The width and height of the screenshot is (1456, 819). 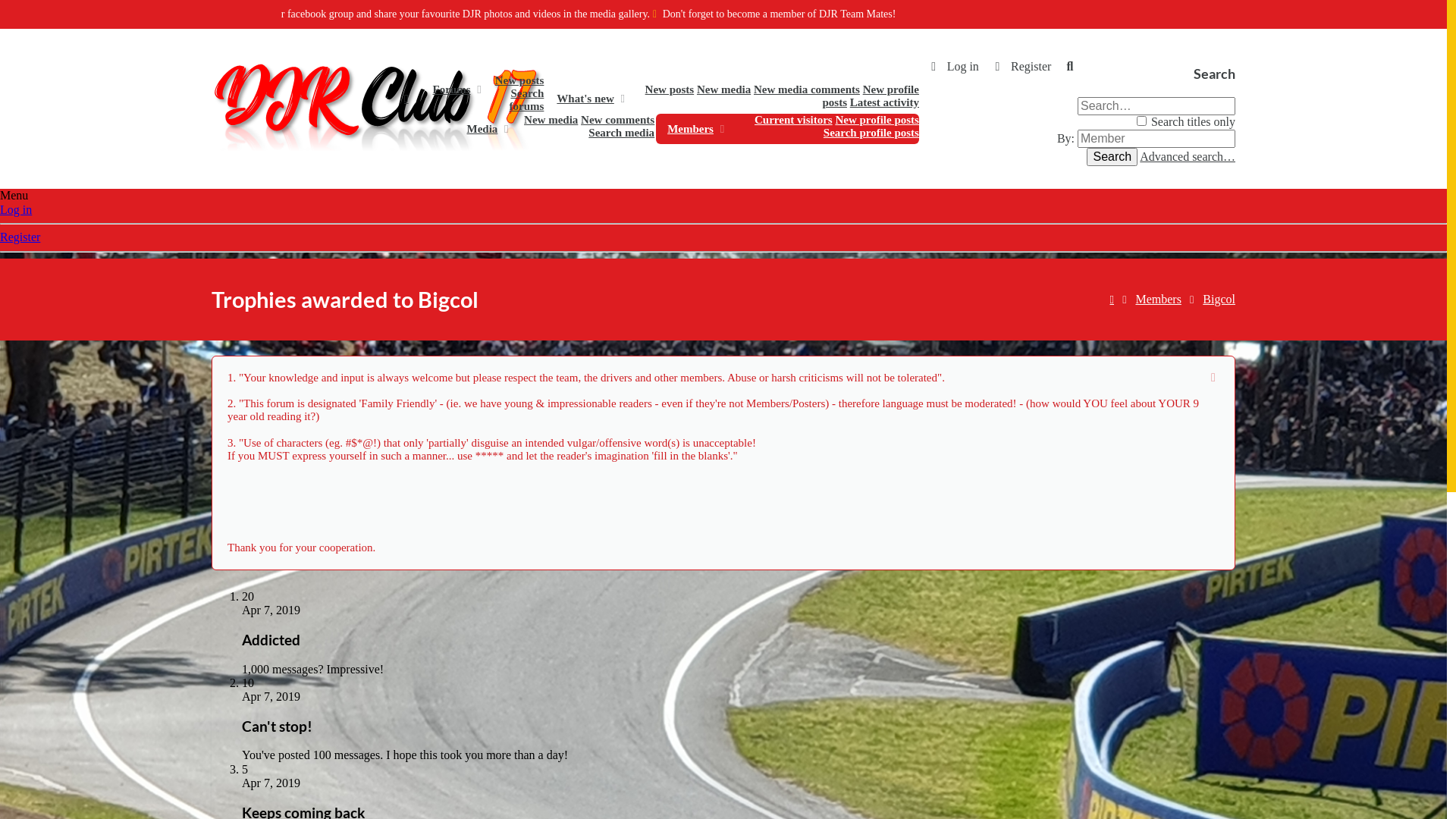 I want to click on 'Search', so click(x=1112, y=157).